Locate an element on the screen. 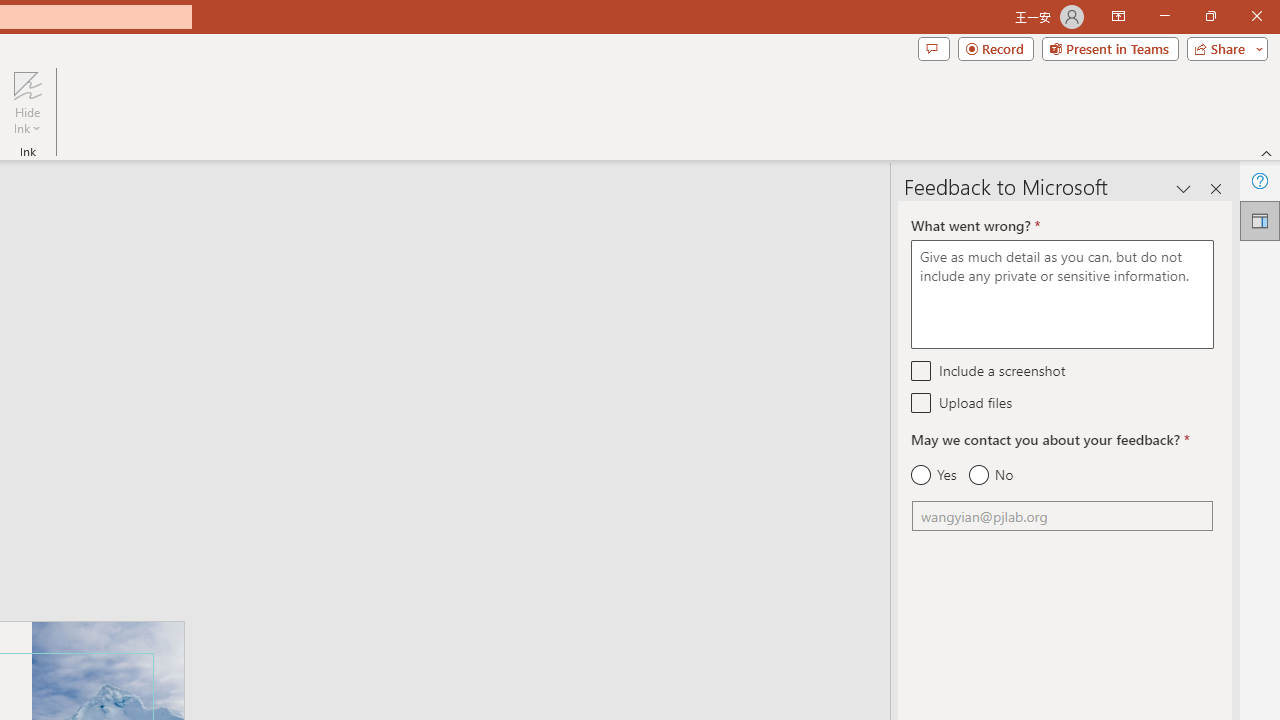 Image resolution: width=1280 pixels, height=720 pixels. 'Include a screenshot' is located at coordinates (920, 370).